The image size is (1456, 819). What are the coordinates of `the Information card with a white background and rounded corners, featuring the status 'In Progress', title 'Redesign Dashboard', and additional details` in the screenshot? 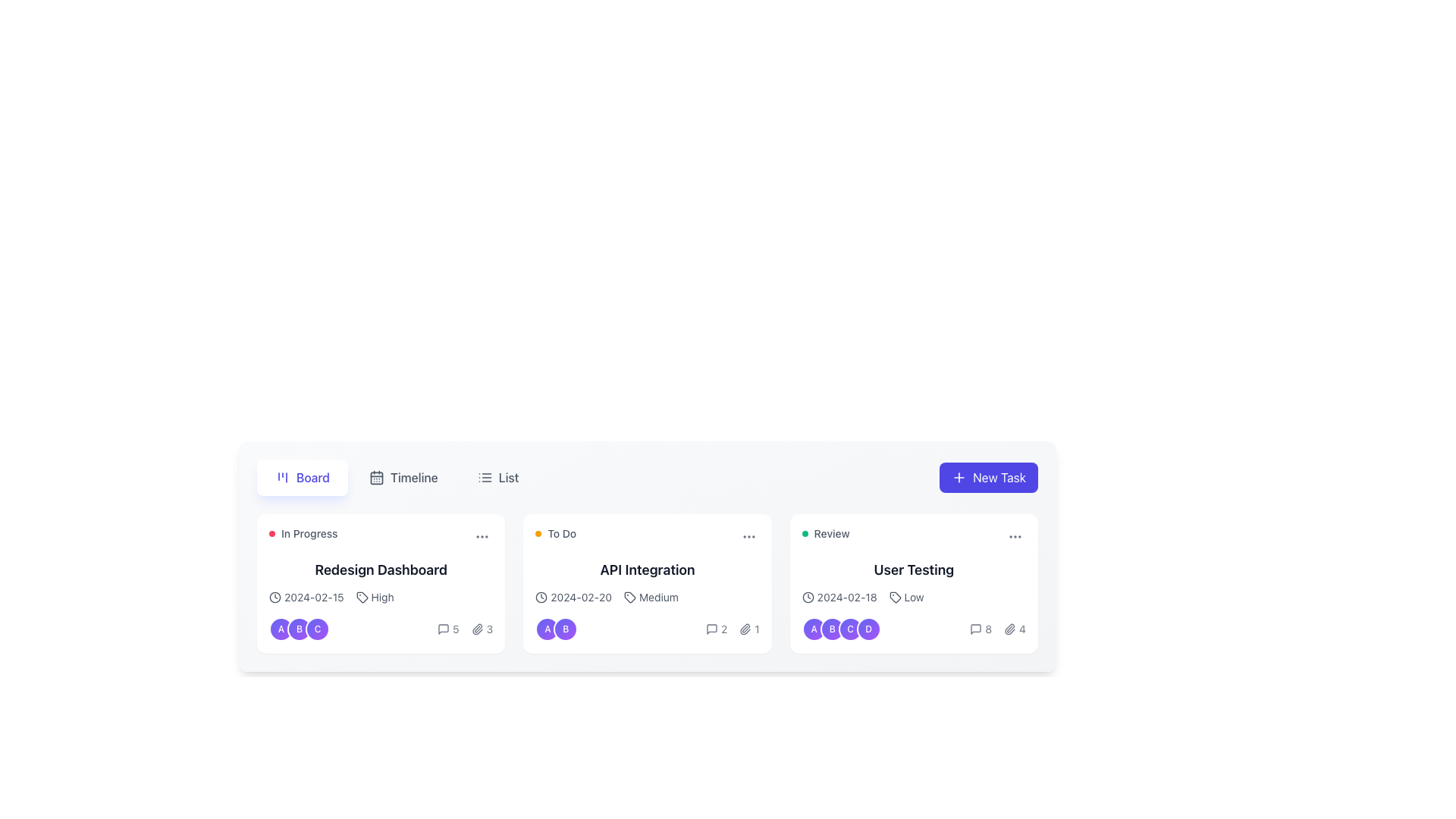 It's located at (381, 583).